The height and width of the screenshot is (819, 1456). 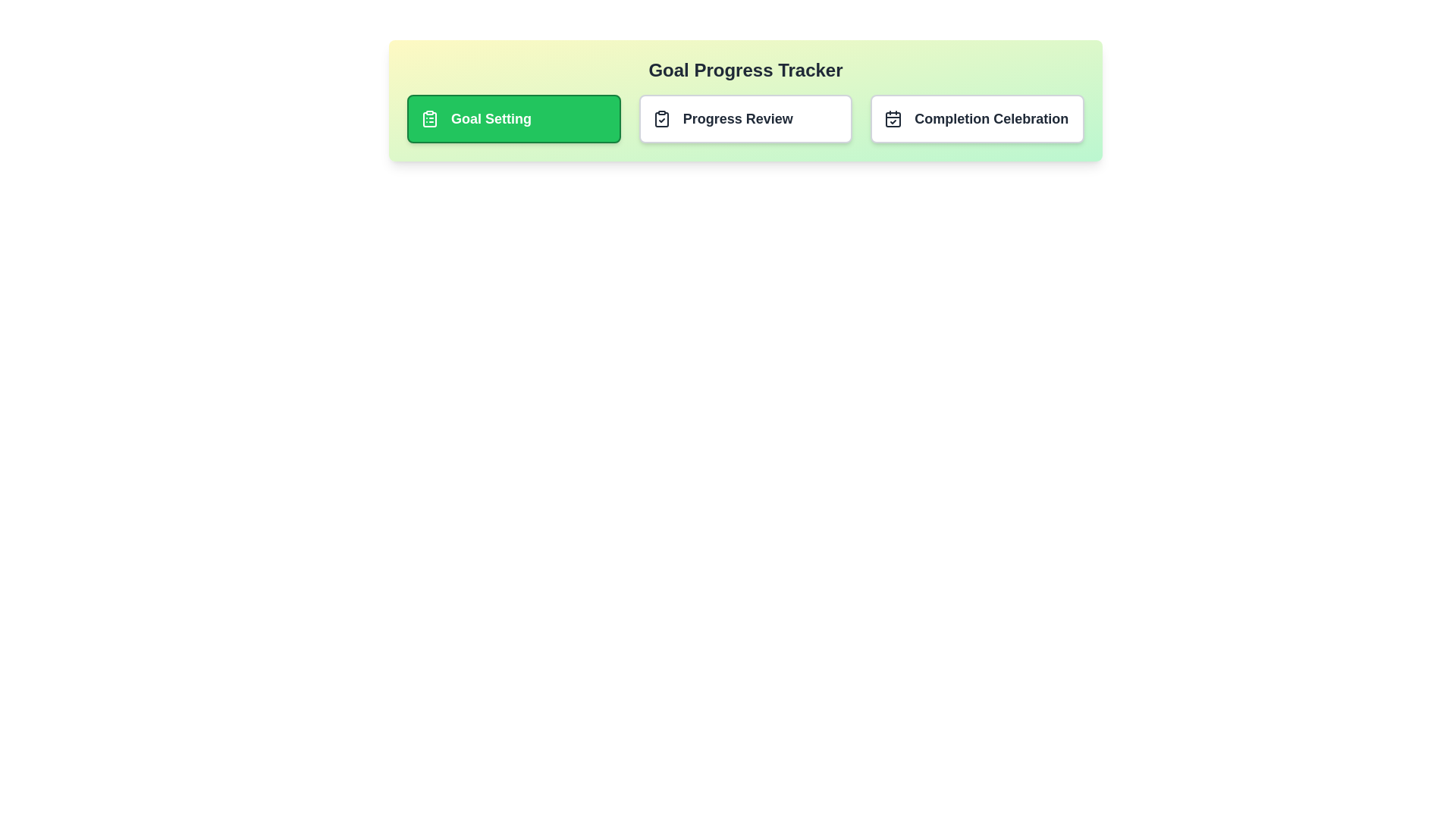 What do you see at coordinates (661, 118) in the screenshot?
I see `the icon associated with the milestone Progress Review` at bounding box center [661, 118].